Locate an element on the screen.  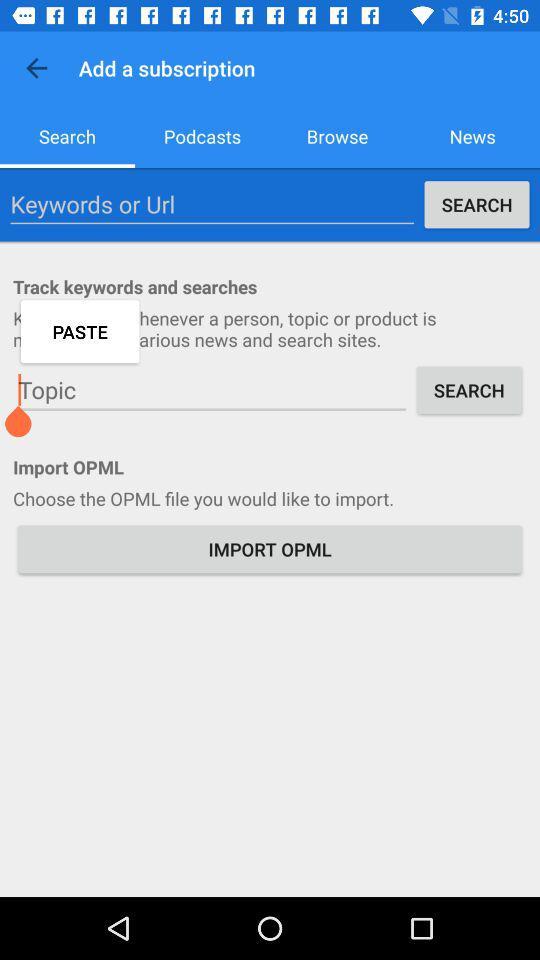
the icon next to search item is located at coordinates (202, 135).